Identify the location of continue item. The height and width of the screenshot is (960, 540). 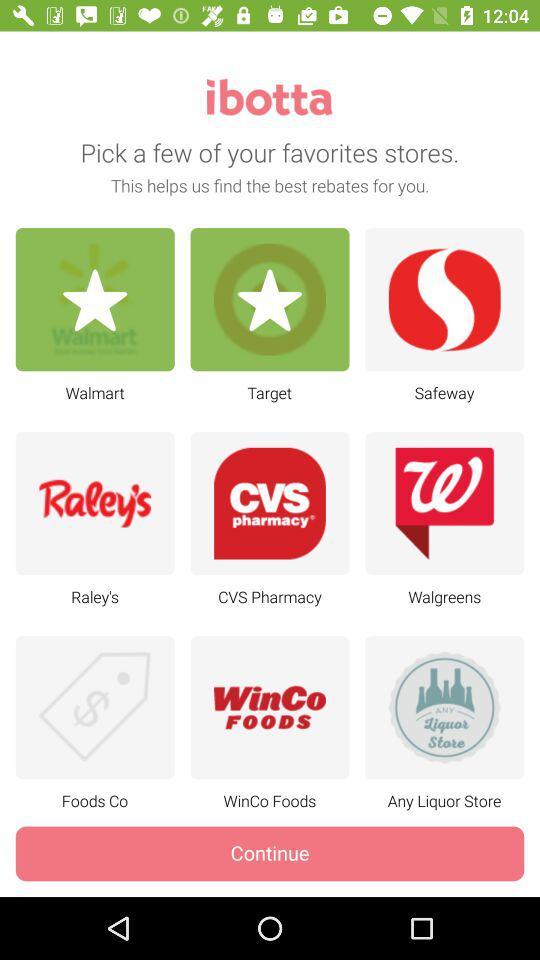
(270, 852).